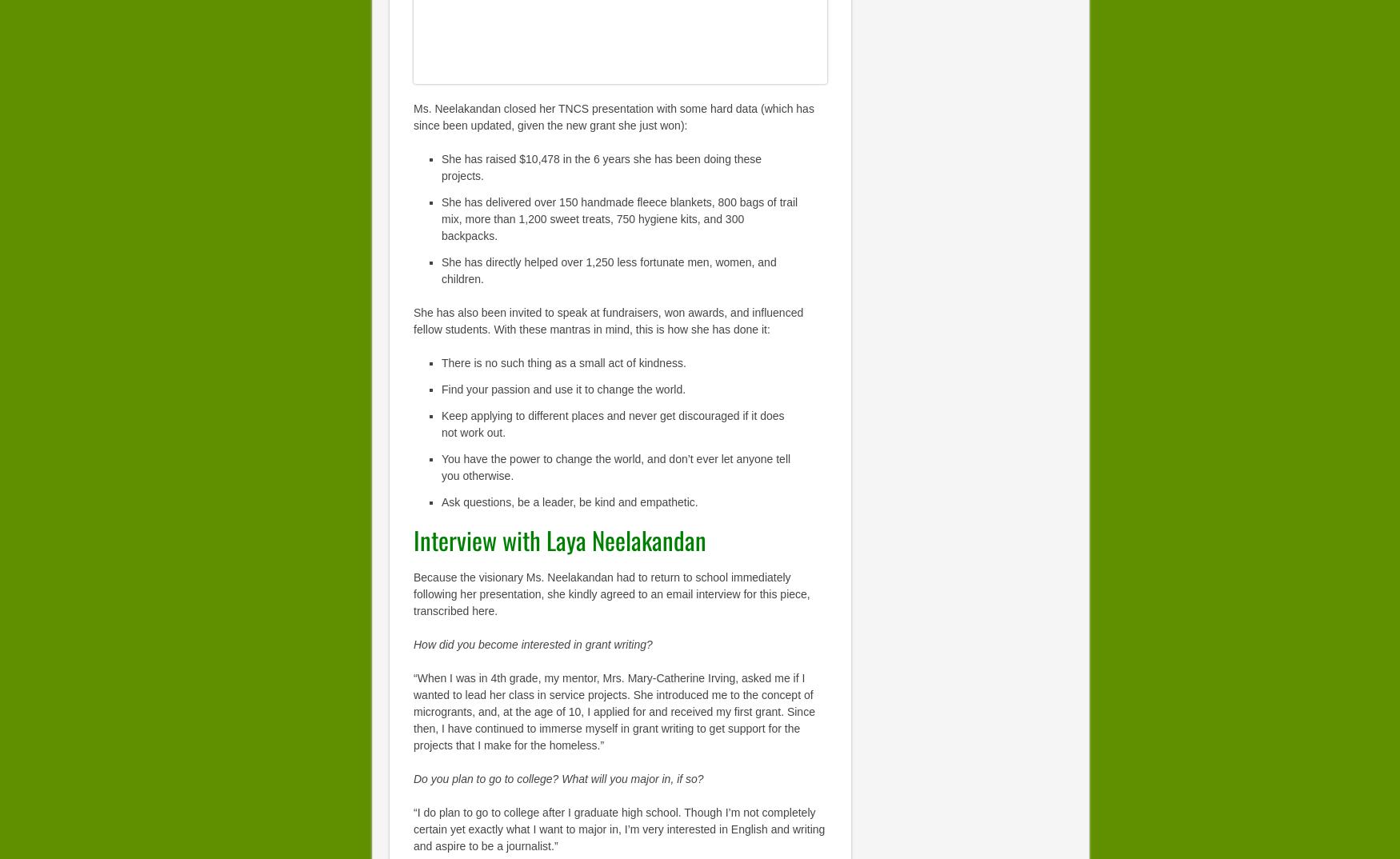  Describe the element at coordinates (563, 388) in the screenshot. I see `'Find your passion and use it to change the world.'` at that location.